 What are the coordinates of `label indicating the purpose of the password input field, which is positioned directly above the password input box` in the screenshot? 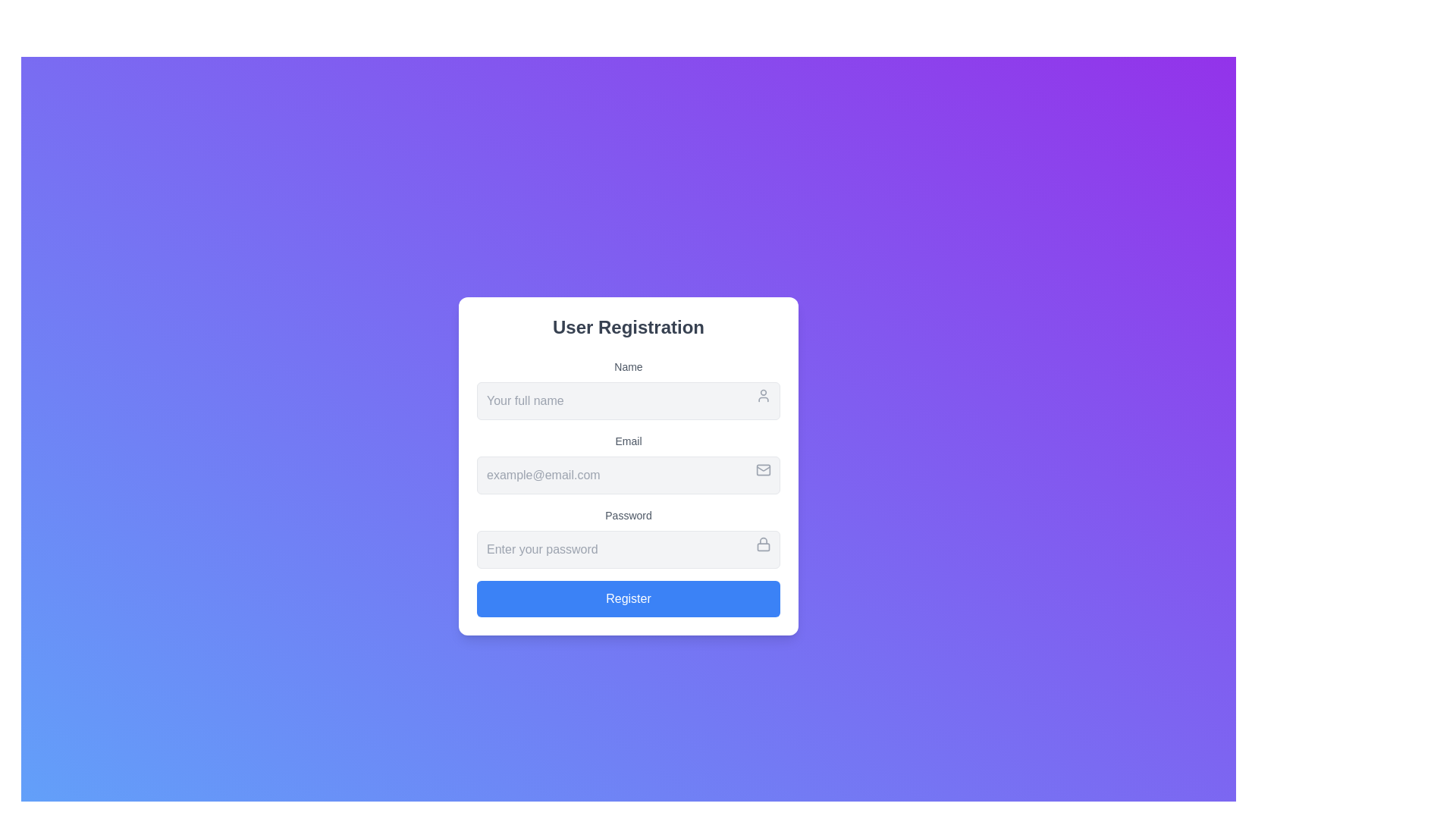 It's located at (629, 514).